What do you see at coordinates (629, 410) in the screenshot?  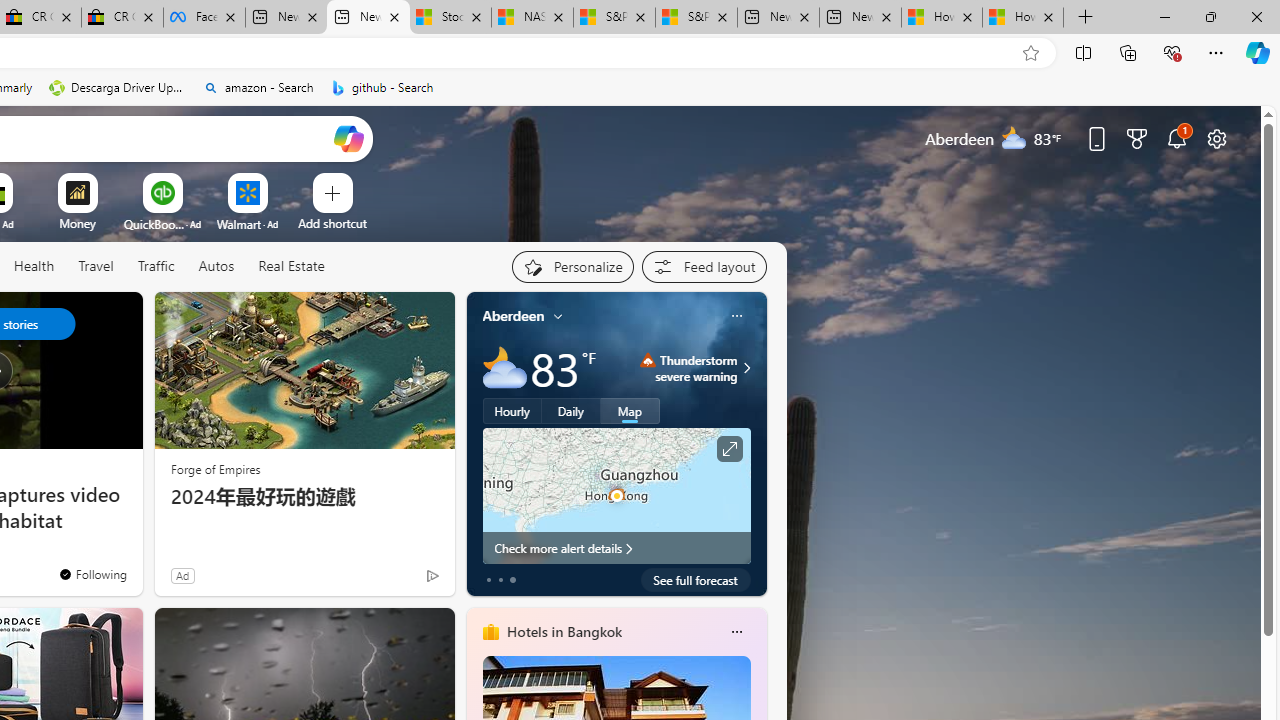 I see `'Map'` at bounding box center [629, 410].